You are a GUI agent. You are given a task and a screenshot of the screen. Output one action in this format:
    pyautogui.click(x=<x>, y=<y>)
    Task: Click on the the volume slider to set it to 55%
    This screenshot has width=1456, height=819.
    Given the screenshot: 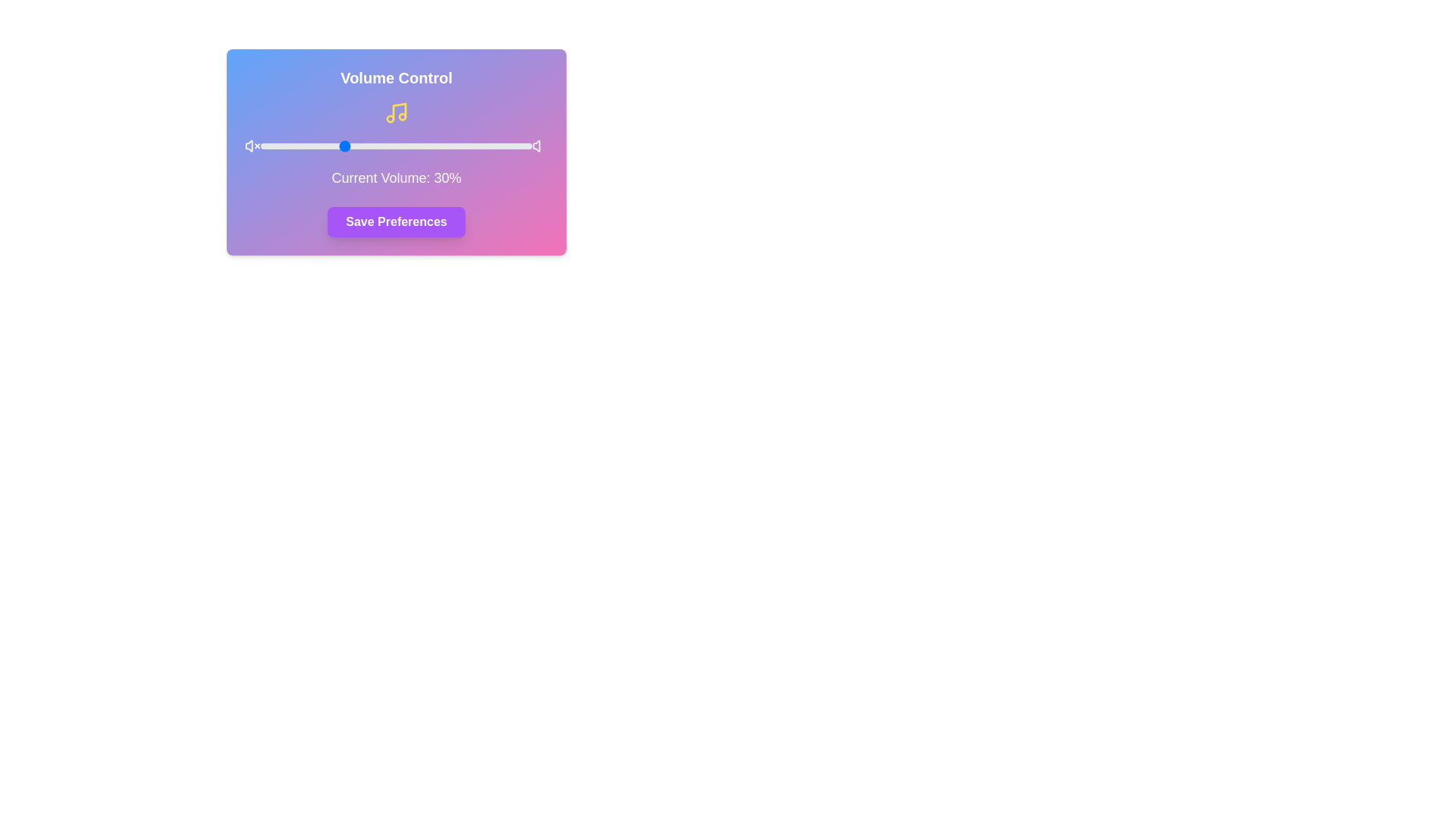 What is the action you would take?
    pyautogui.click(x=409, y=146)
    